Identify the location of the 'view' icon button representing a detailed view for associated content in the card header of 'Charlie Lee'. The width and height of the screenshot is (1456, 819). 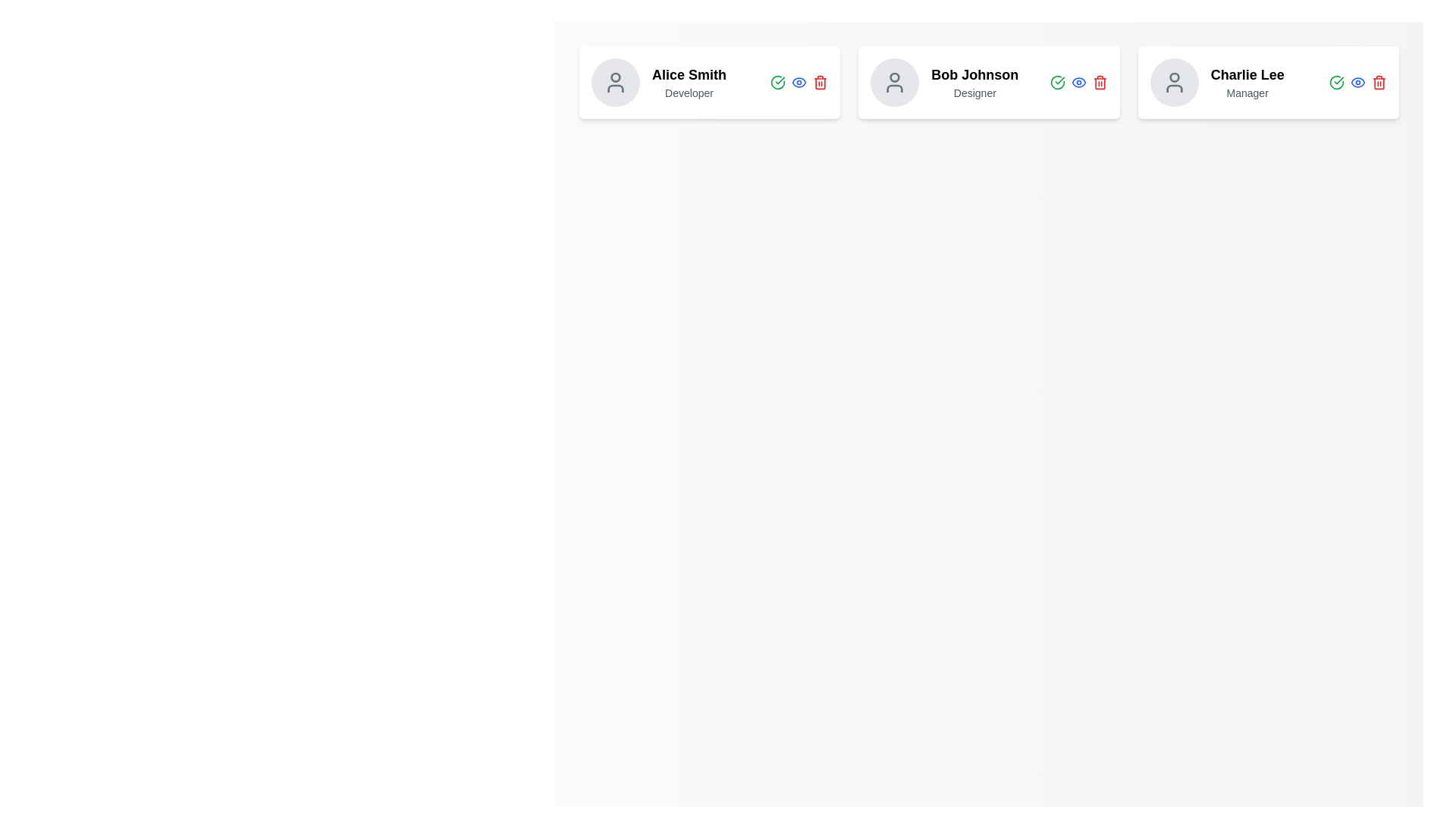
(1357, 82).